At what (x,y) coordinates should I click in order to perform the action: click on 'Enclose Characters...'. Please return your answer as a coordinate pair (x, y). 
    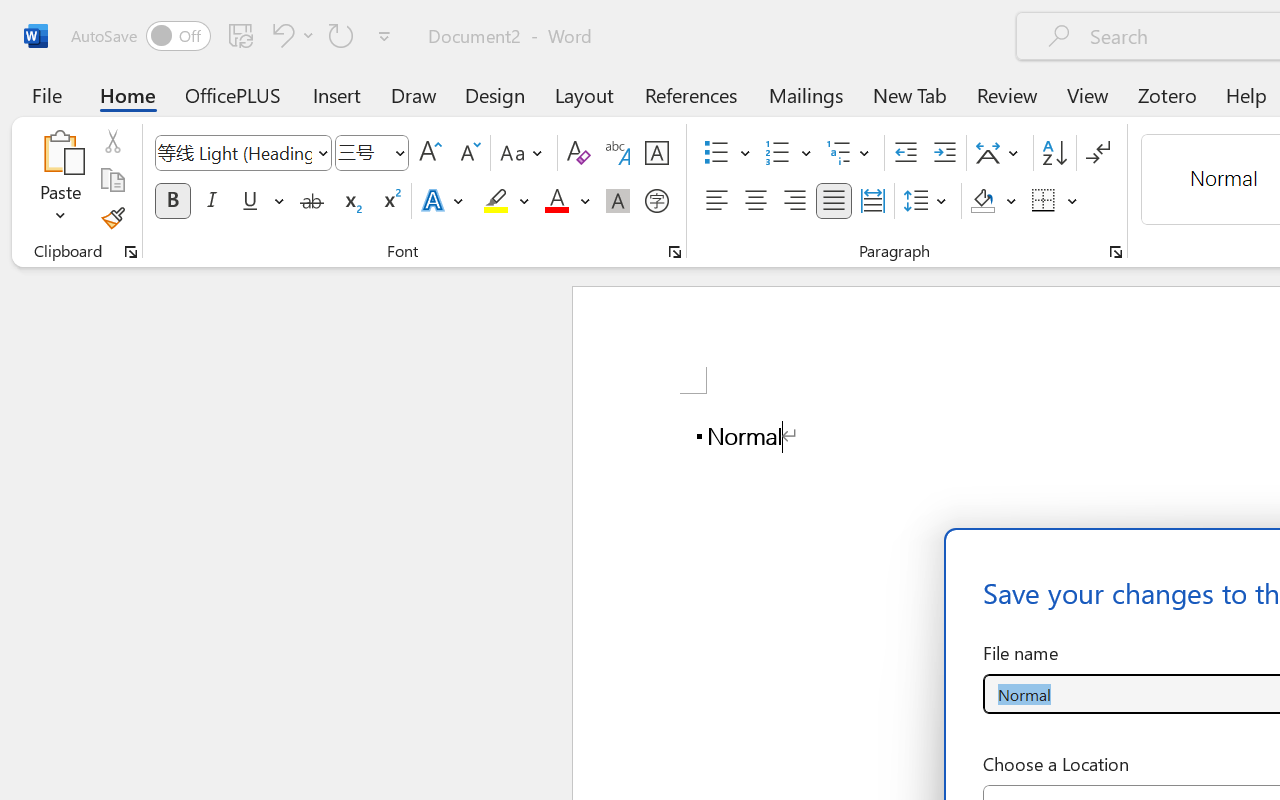
    Looking at the image, I should click on (656, 201).